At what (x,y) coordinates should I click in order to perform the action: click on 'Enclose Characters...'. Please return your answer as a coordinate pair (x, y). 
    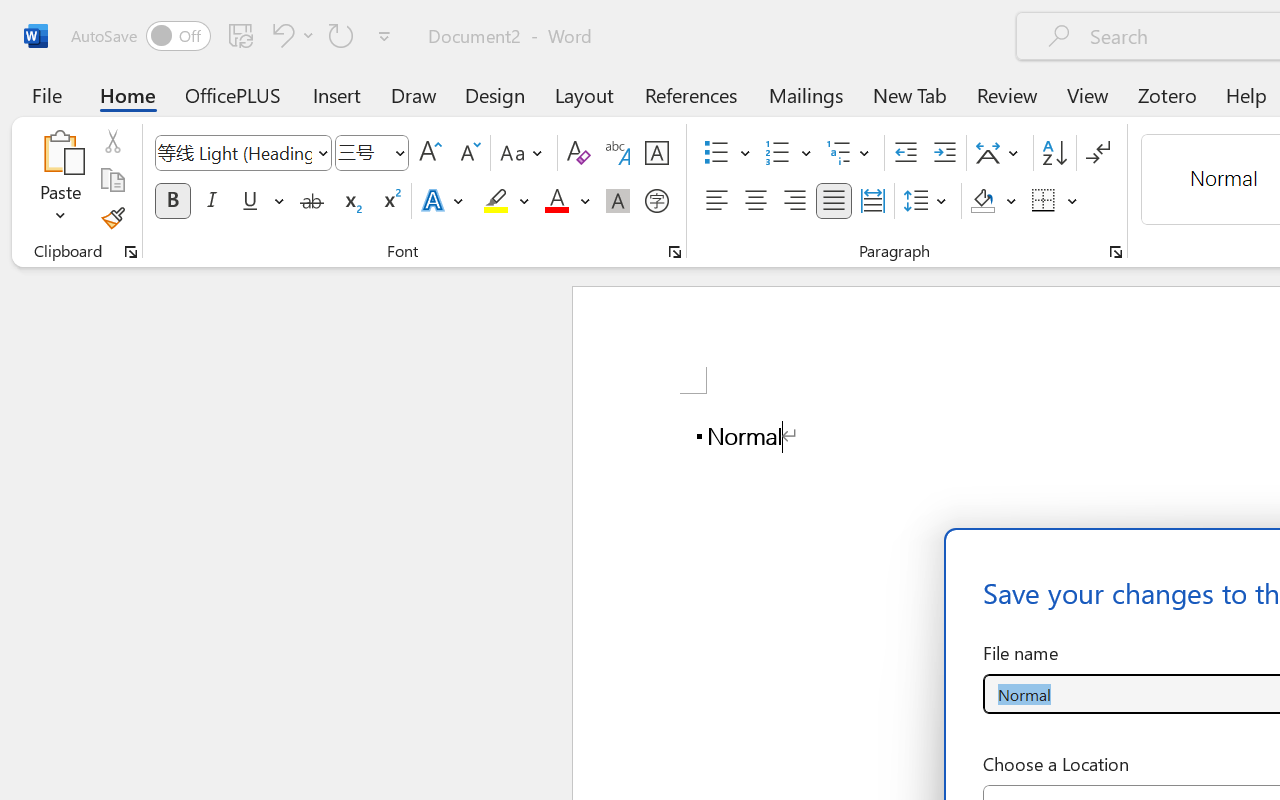
    Looking at the image, I should click on (656, 201).